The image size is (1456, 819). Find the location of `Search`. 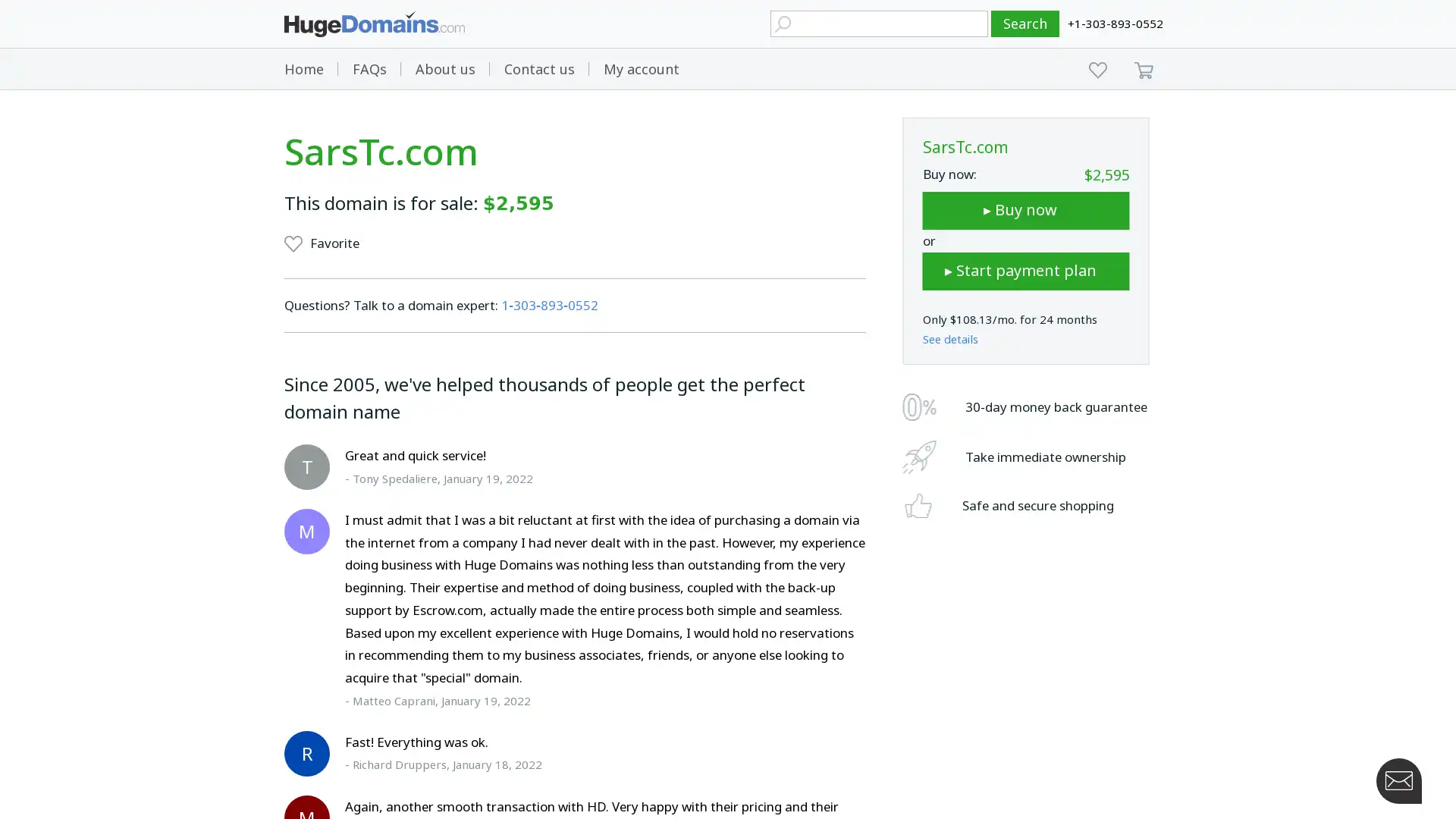

Search is located at coordinates (1025, 24).